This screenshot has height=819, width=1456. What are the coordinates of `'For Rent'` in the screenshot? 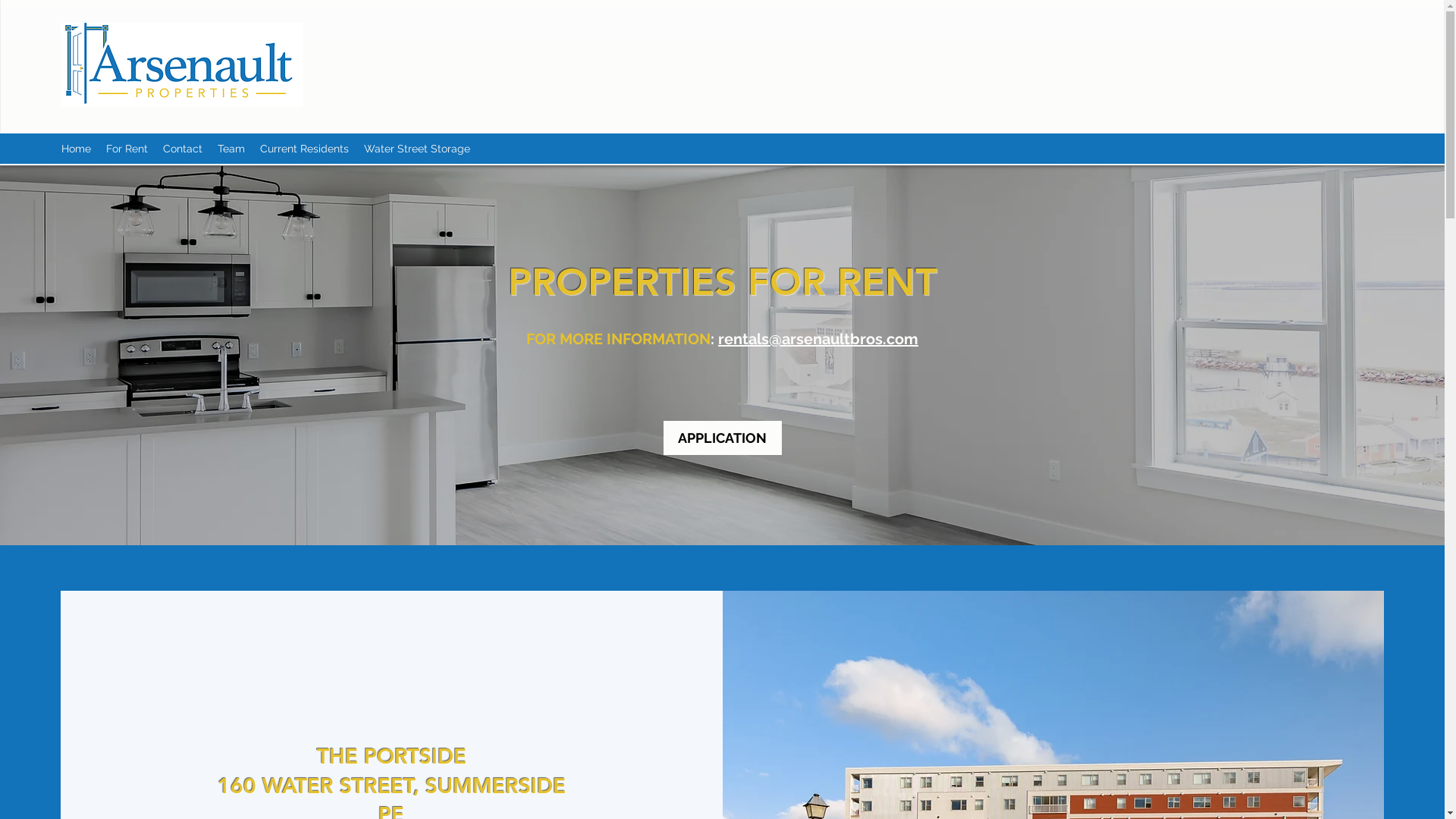 It's located at (97, 149).